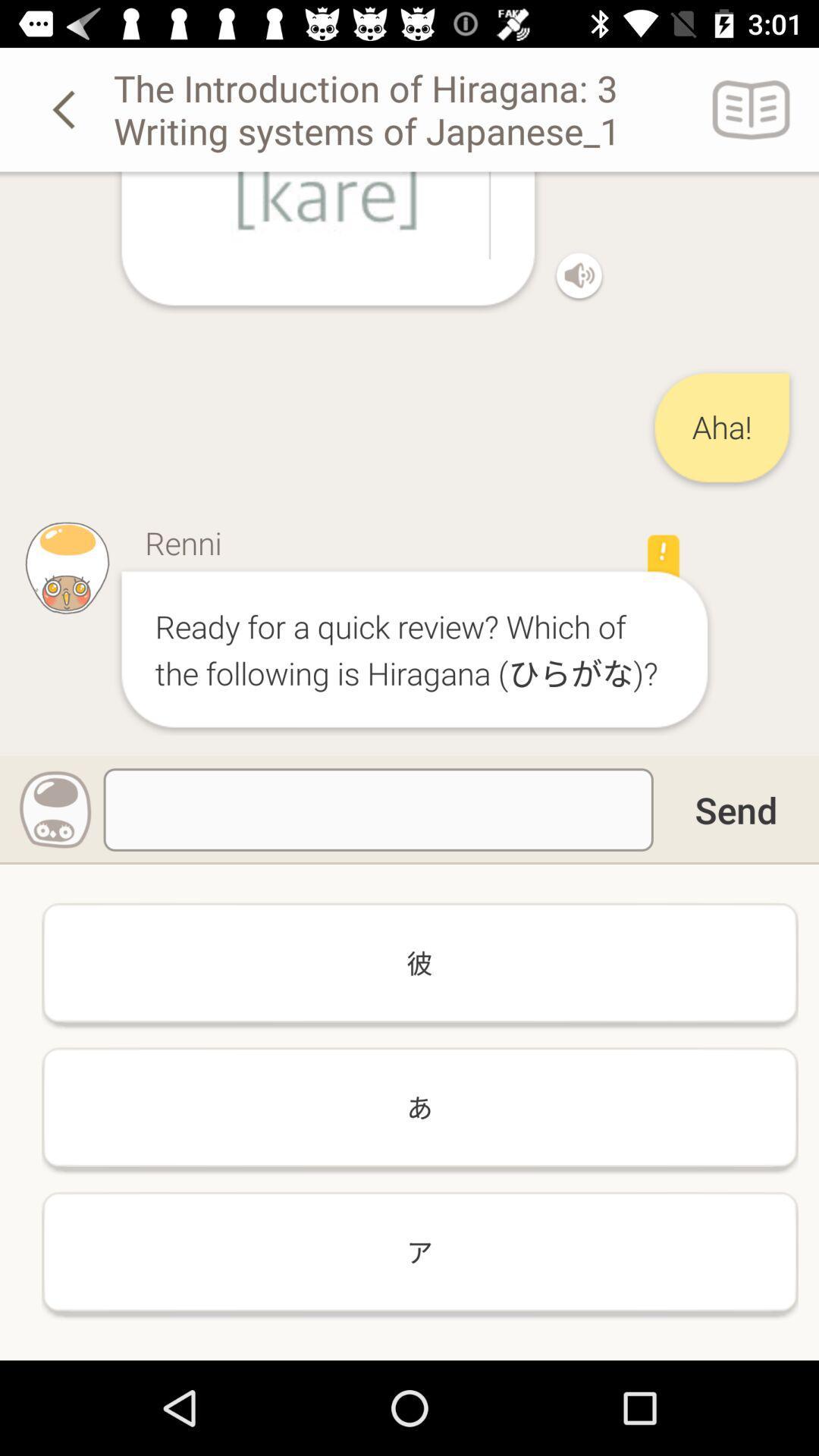  I want to click on the text aha, so click(721, 427).